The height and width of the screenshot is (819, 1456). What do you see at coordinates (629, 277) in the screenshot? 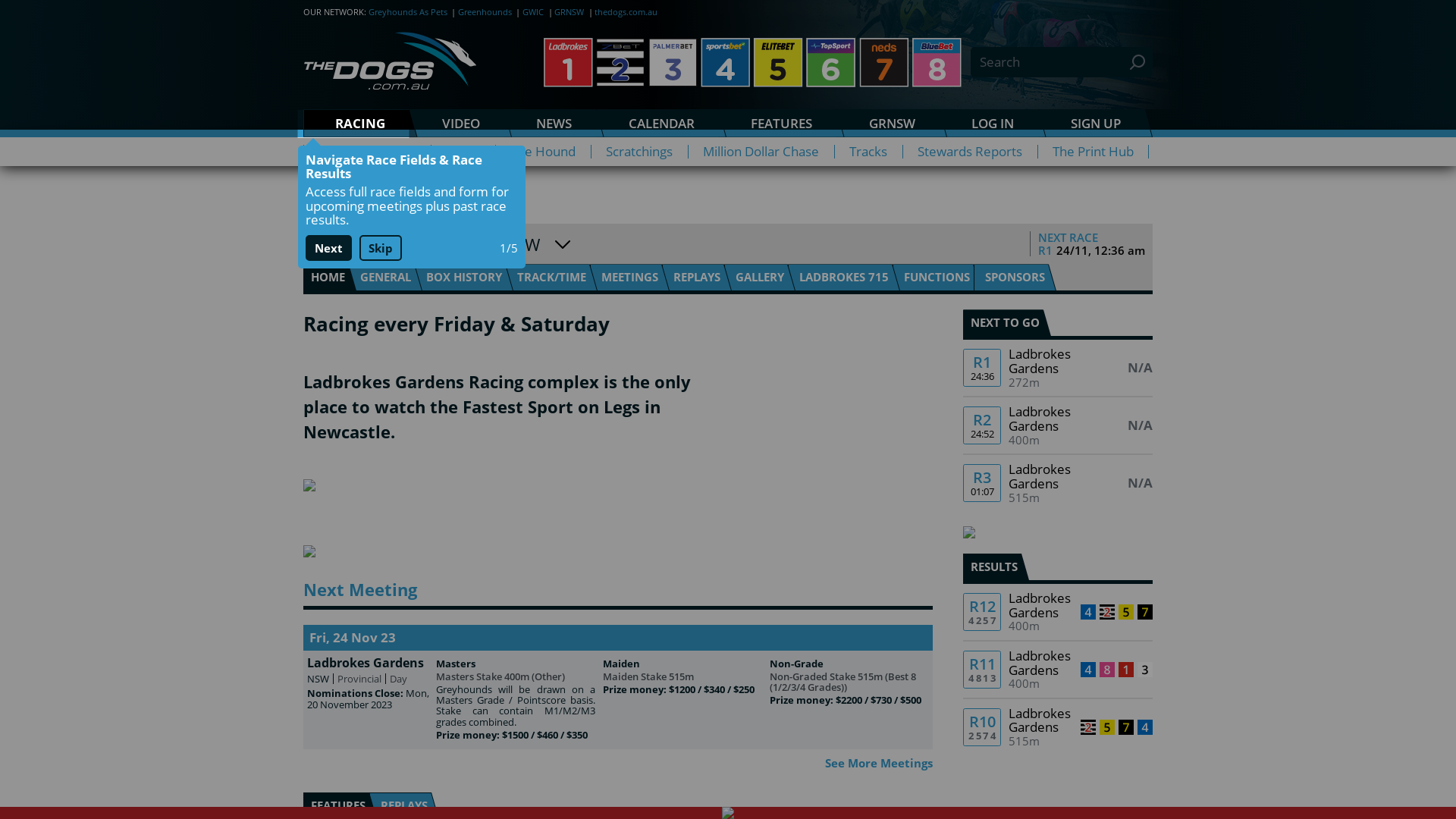
I see `'MEETINGS'` at bounding box center [629, 277].